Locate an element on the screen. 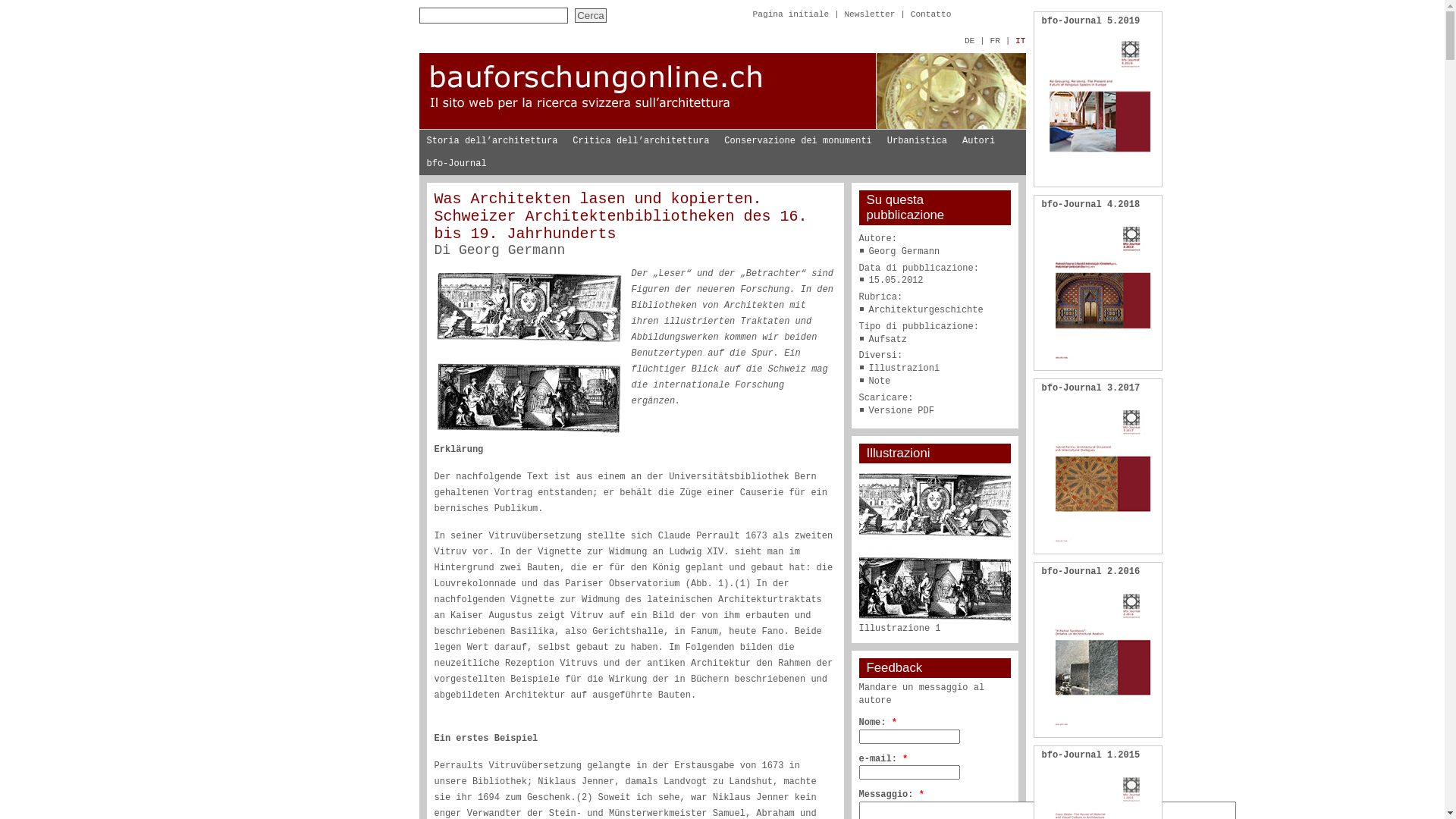 This screenshot has height=819, width=1456. 'Autori' is located at coordinates (978, 140).